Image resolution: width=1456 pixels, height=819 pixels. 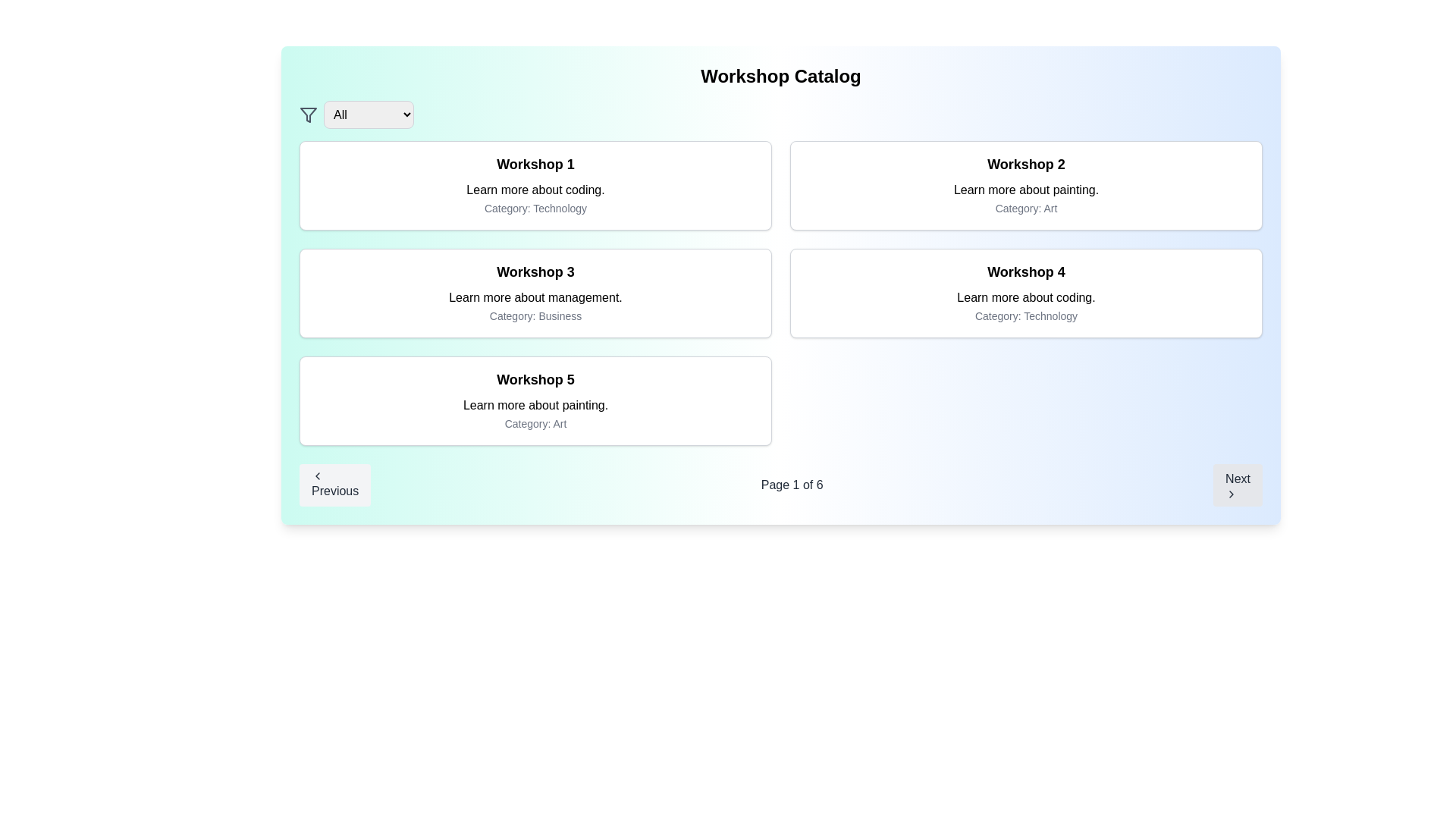 What do you see at coordinates (1026, 315) in the screenshot?
I see `the Text label indicating the category 'Technology' located in the fourth workshop card, below 'Learn more about coding.'` at bounding box center [1026, 315].